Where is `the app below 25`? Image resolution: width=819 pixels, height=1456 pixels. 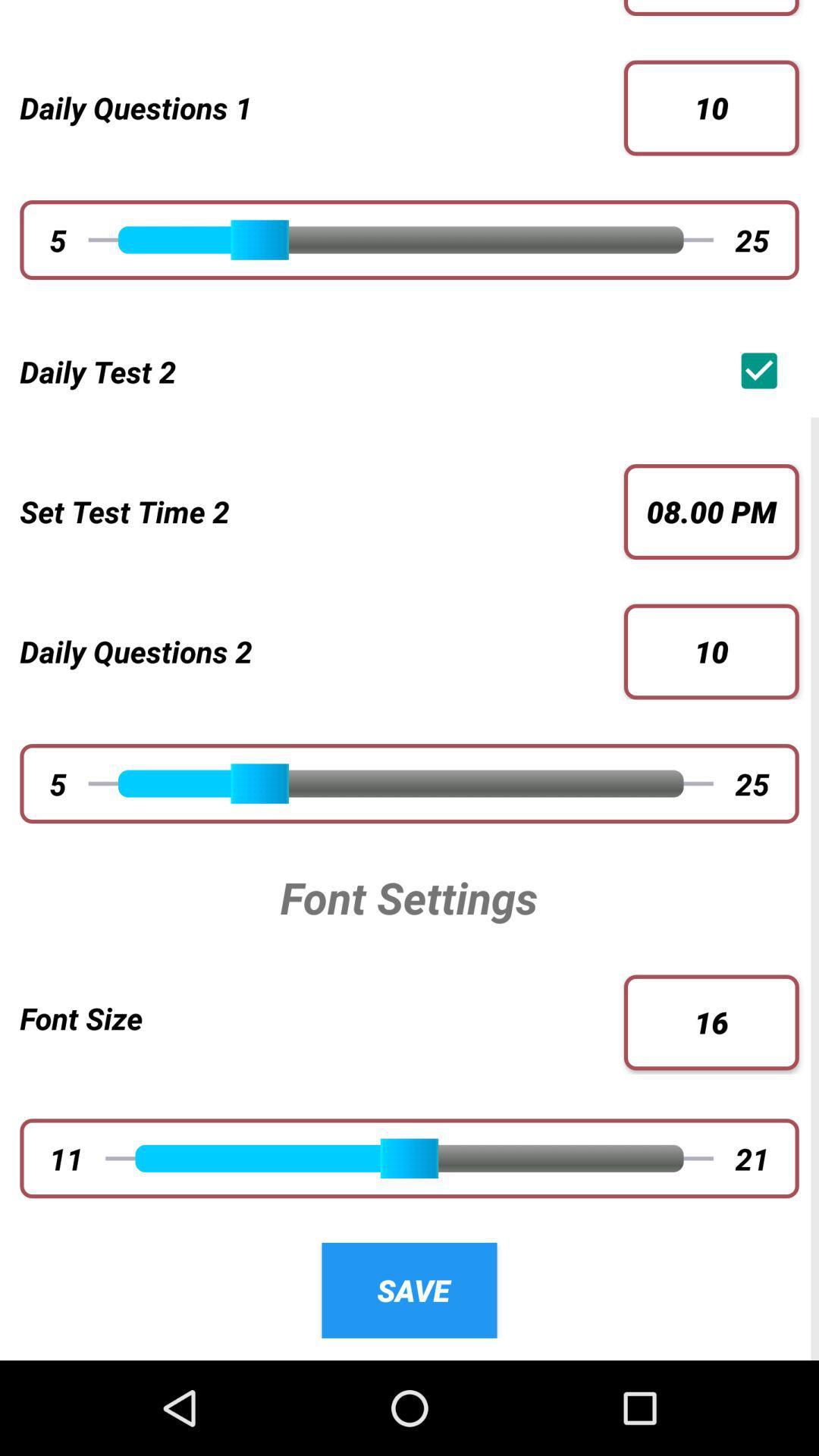 the app below 25 is located at coordinates (763, 371).